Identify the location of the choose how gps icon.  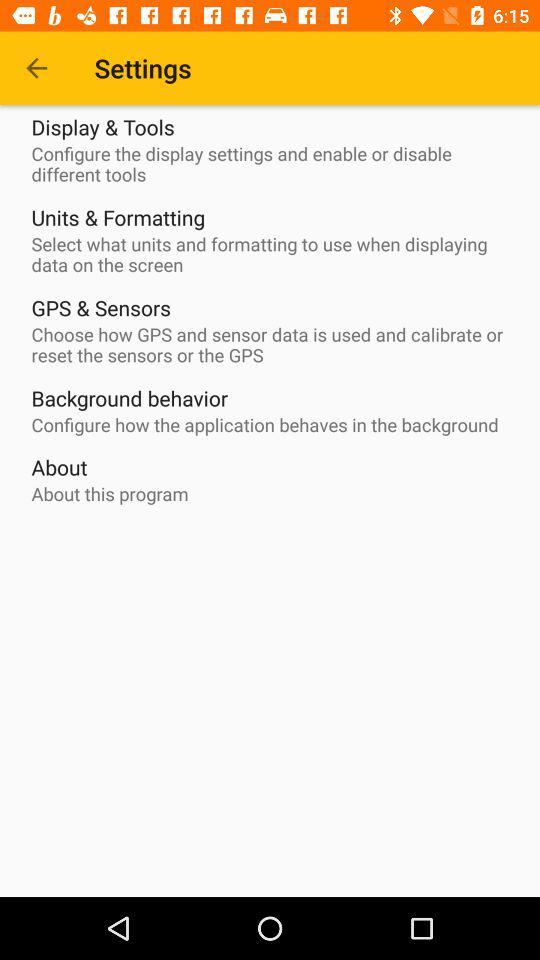
(274, 345).